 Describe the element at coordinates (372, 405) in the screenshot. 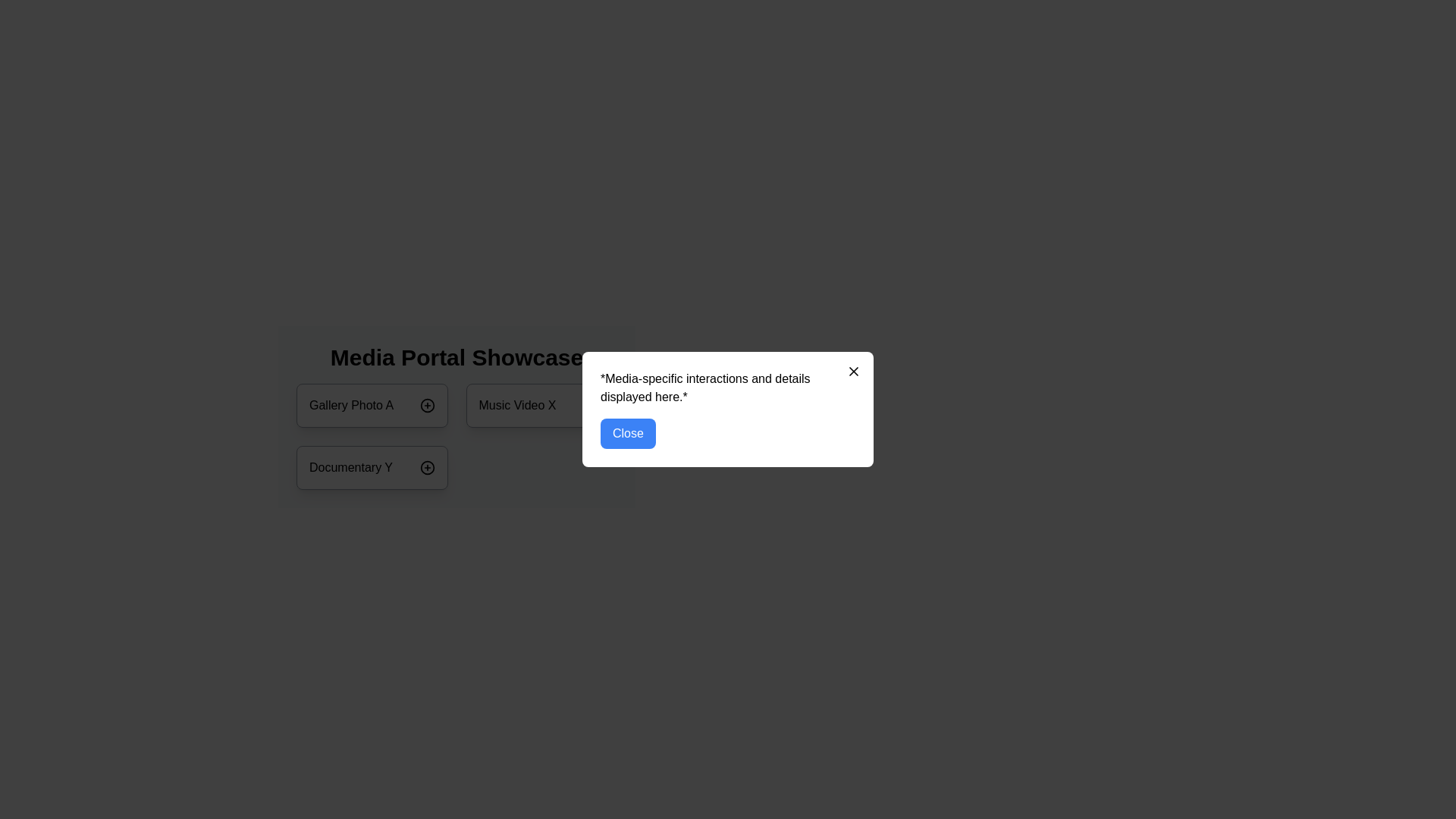

I see `the 'Gallery Photo A' button-like interactive card` at that location.